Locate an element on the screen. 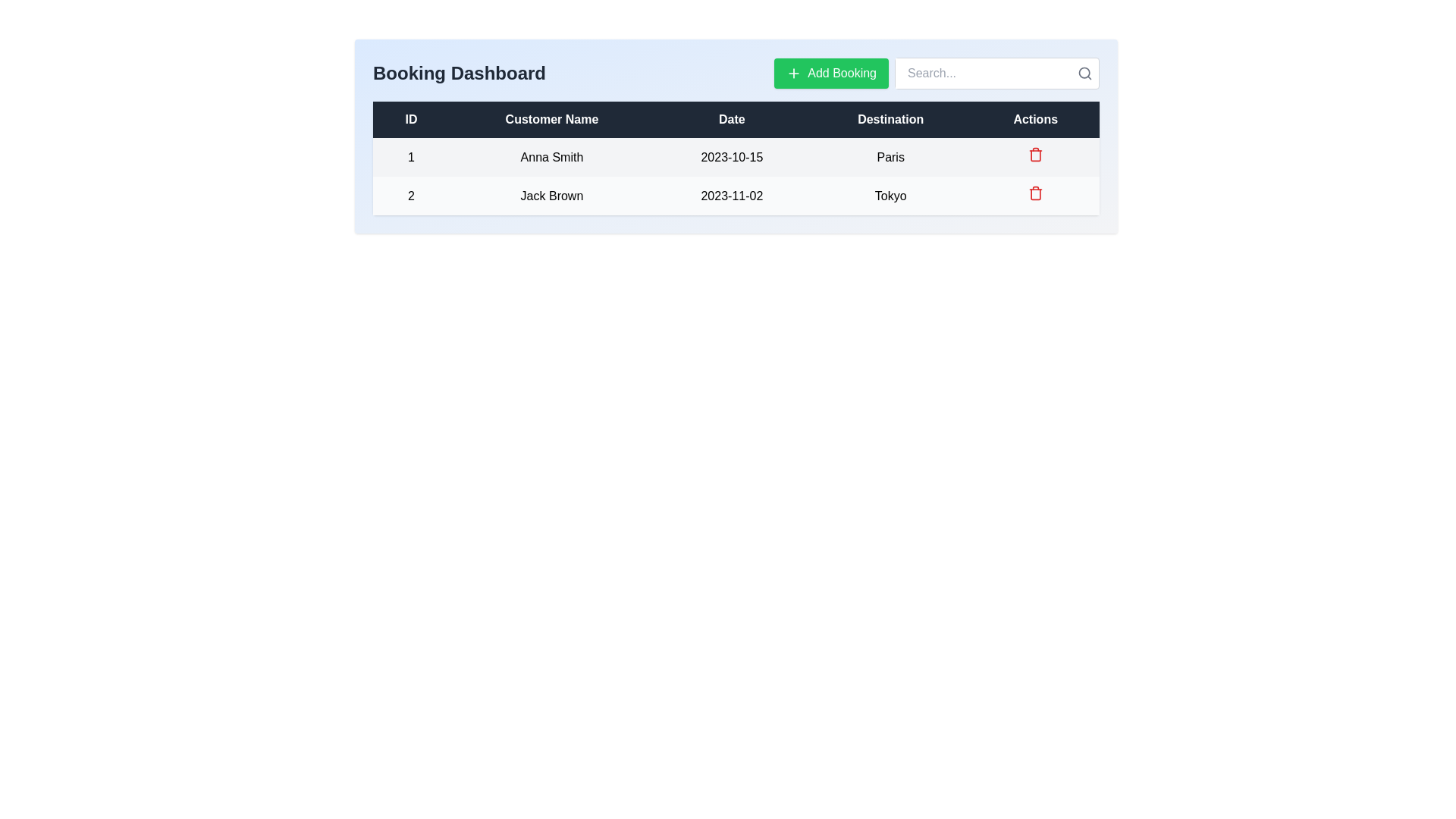 The height and width of the screenshot is (819, 1456). the search icon located at the right end of the search bar is located at coordinates (1084, 73).